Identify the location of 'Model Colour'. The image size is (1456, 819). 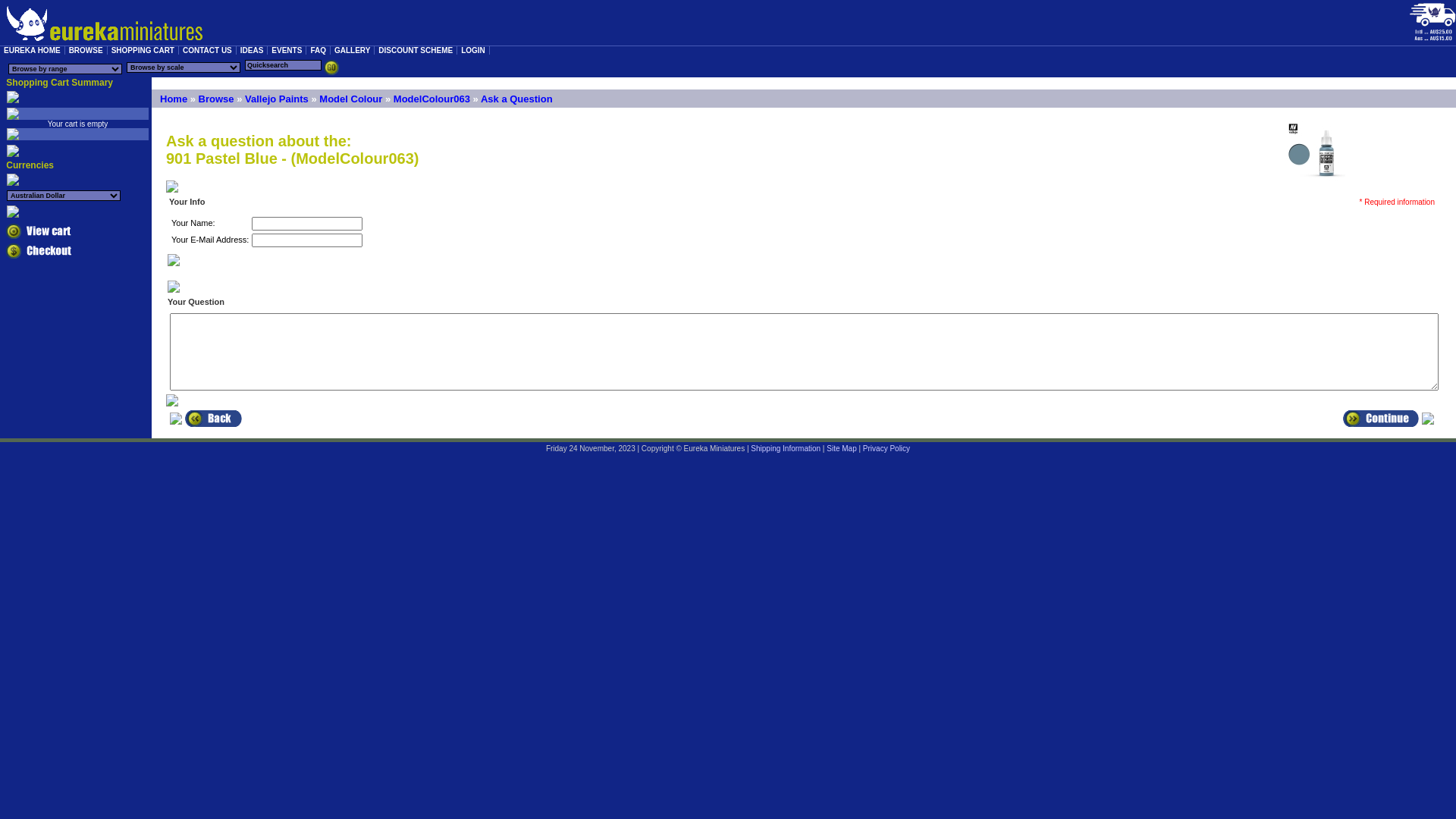
(350, 98).